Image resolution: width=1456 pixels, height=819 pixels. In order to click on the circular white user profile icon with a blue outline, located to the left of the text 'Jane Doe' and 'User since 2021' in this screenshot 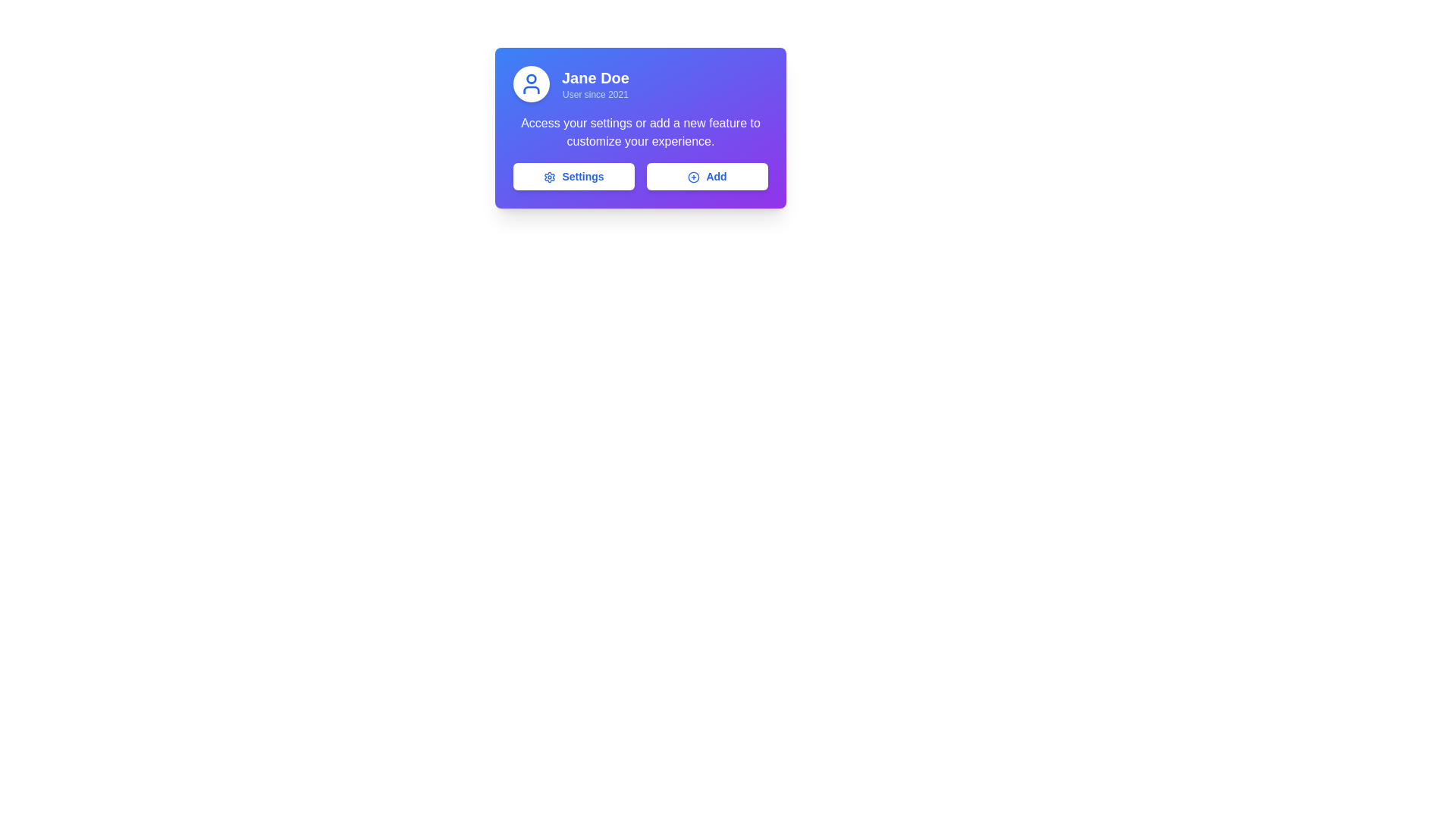, I will do `click(531, 84)`.